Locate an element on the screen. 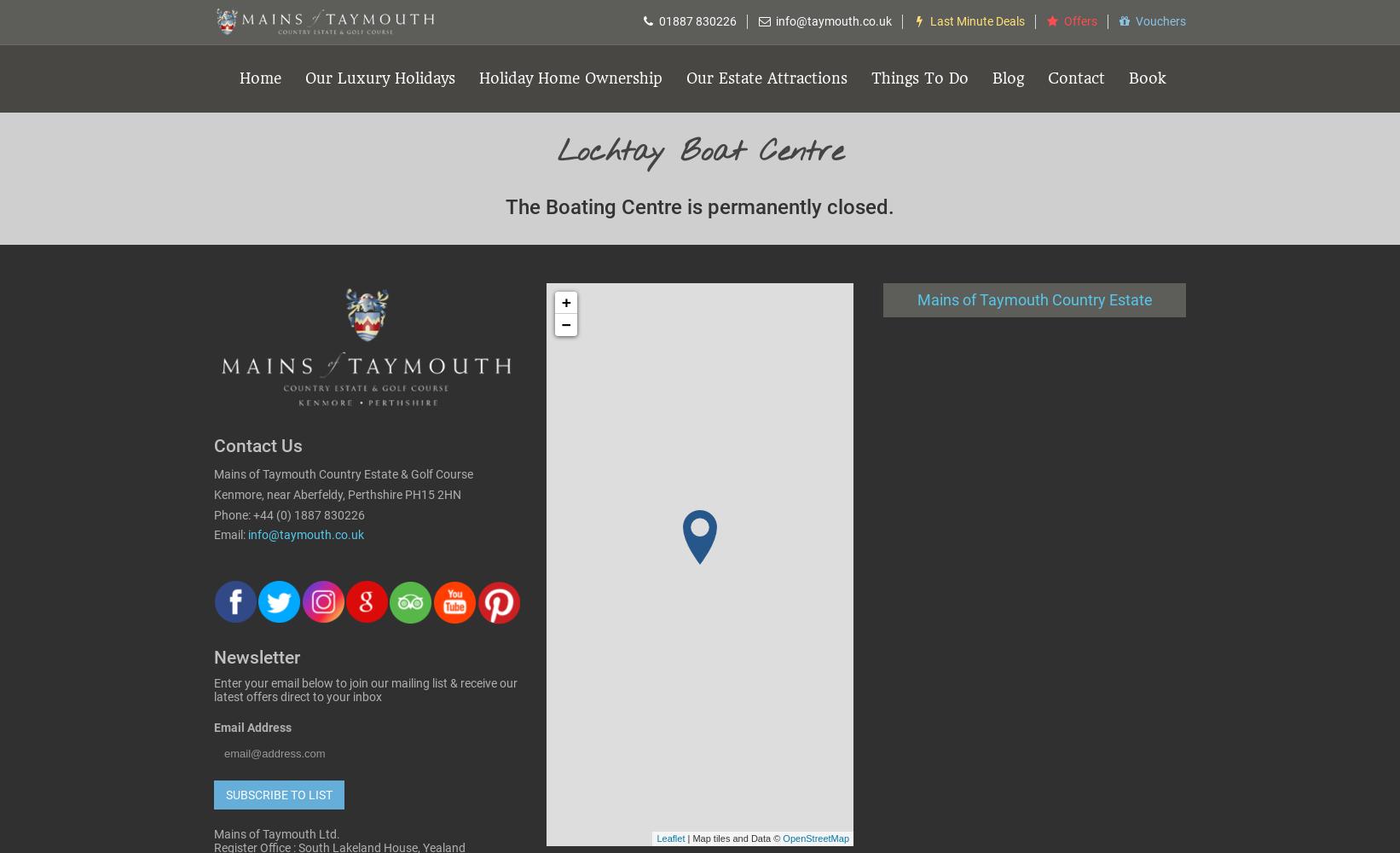  'Mains of Taymouth Country Estate' is located at coordinates (916, 299).